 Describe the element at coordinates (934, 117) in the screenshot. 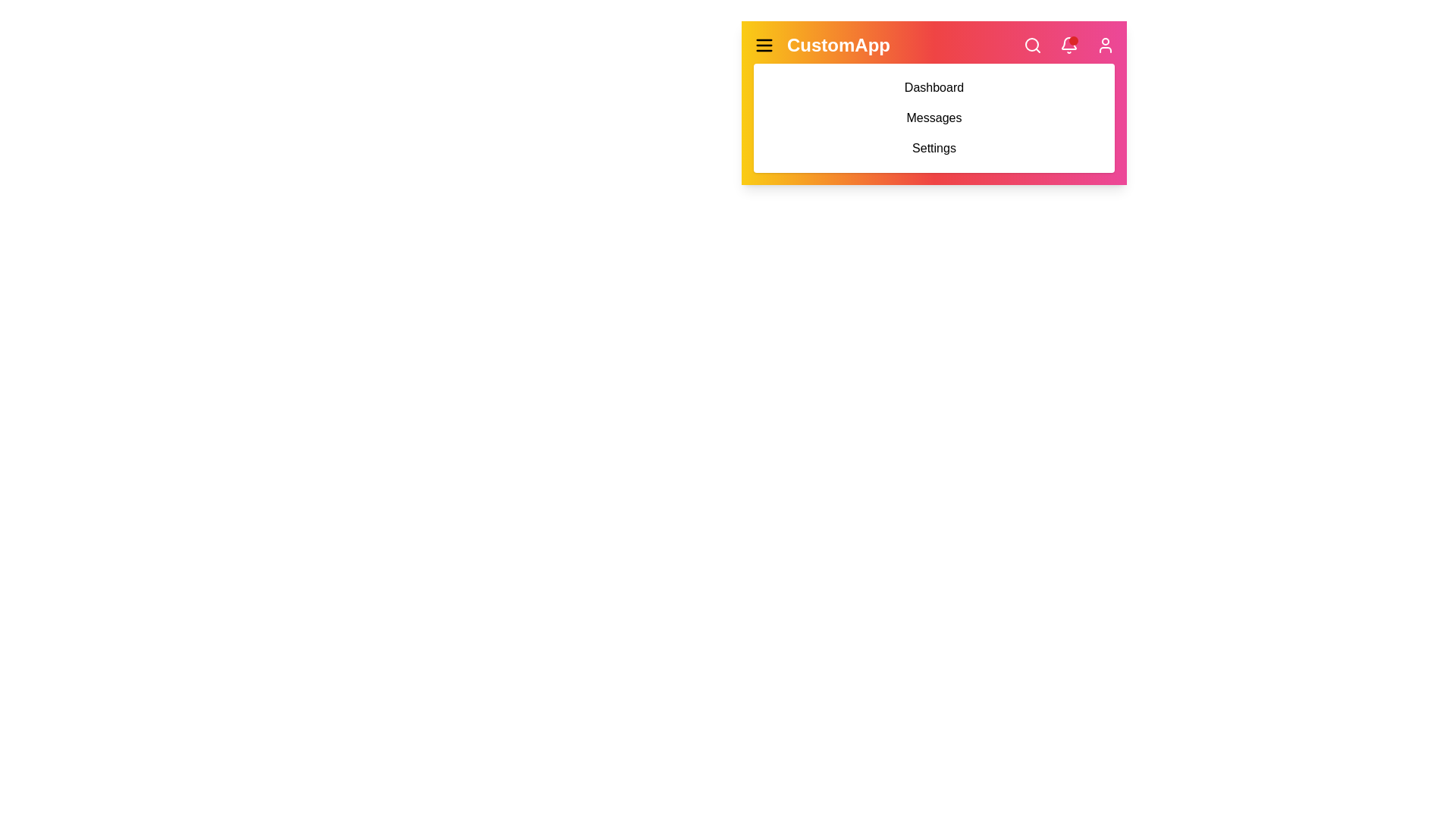

I see `the menu item Messages from the options 'Dashboard', 'Messages', and 'Settings'` at that location.